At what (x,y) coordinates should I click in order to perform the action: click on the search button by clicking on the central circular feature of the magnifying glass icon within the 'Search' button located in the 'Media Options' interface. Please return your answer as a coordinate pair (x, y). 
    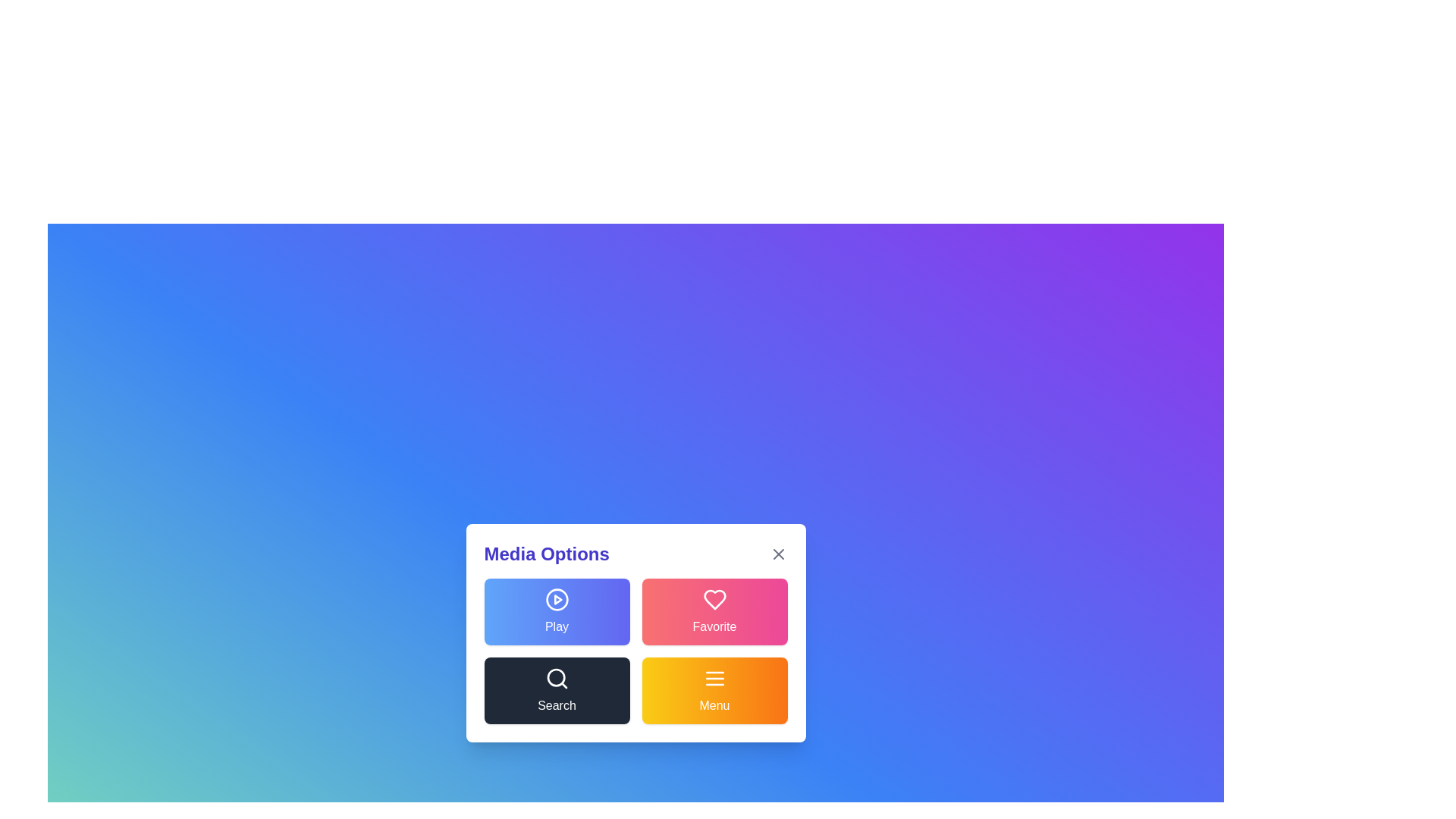
    Looking at the image, I should click on (555, 676).